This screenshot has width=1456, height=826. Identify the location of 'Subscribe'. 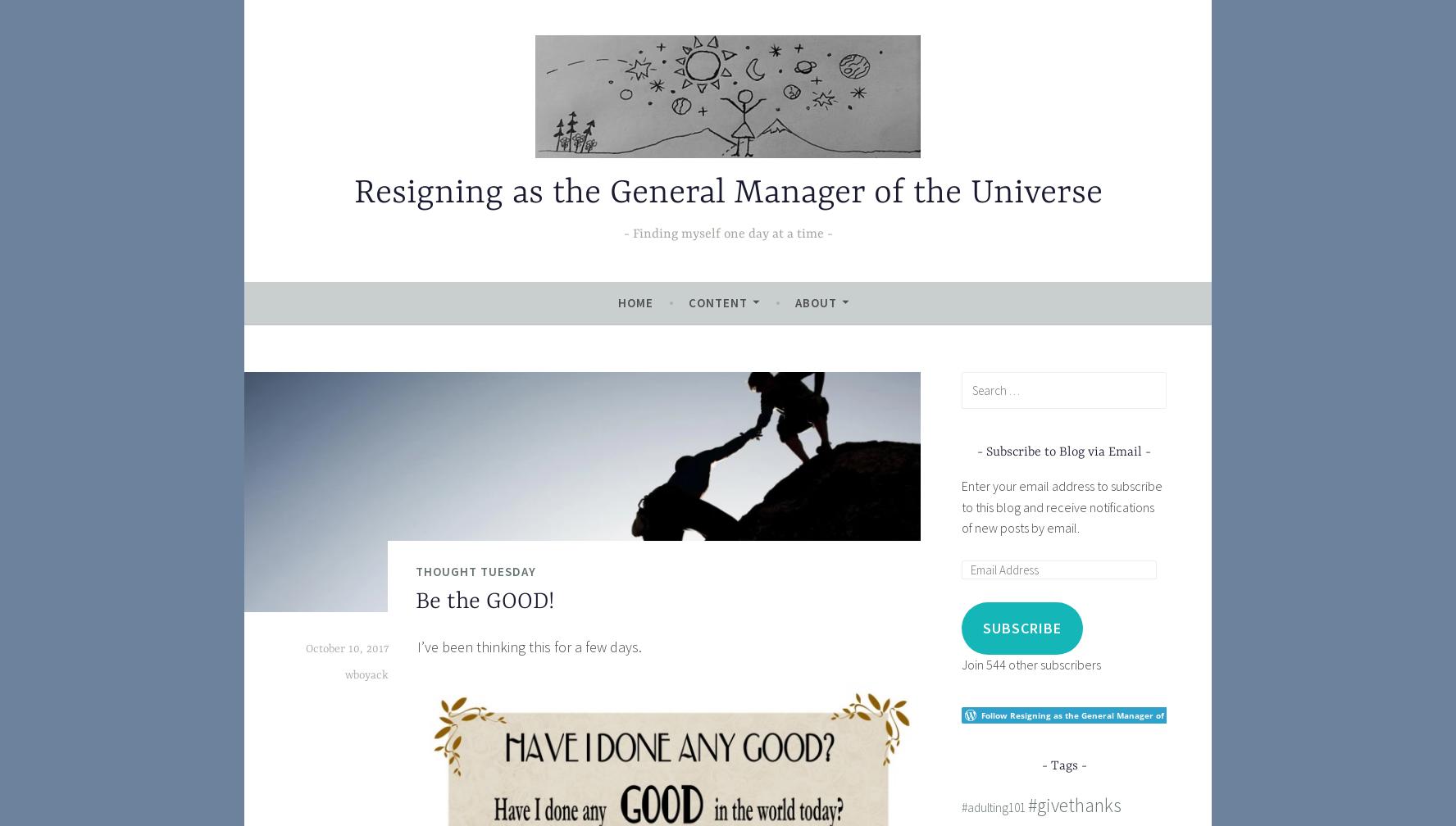
(1021, 627).